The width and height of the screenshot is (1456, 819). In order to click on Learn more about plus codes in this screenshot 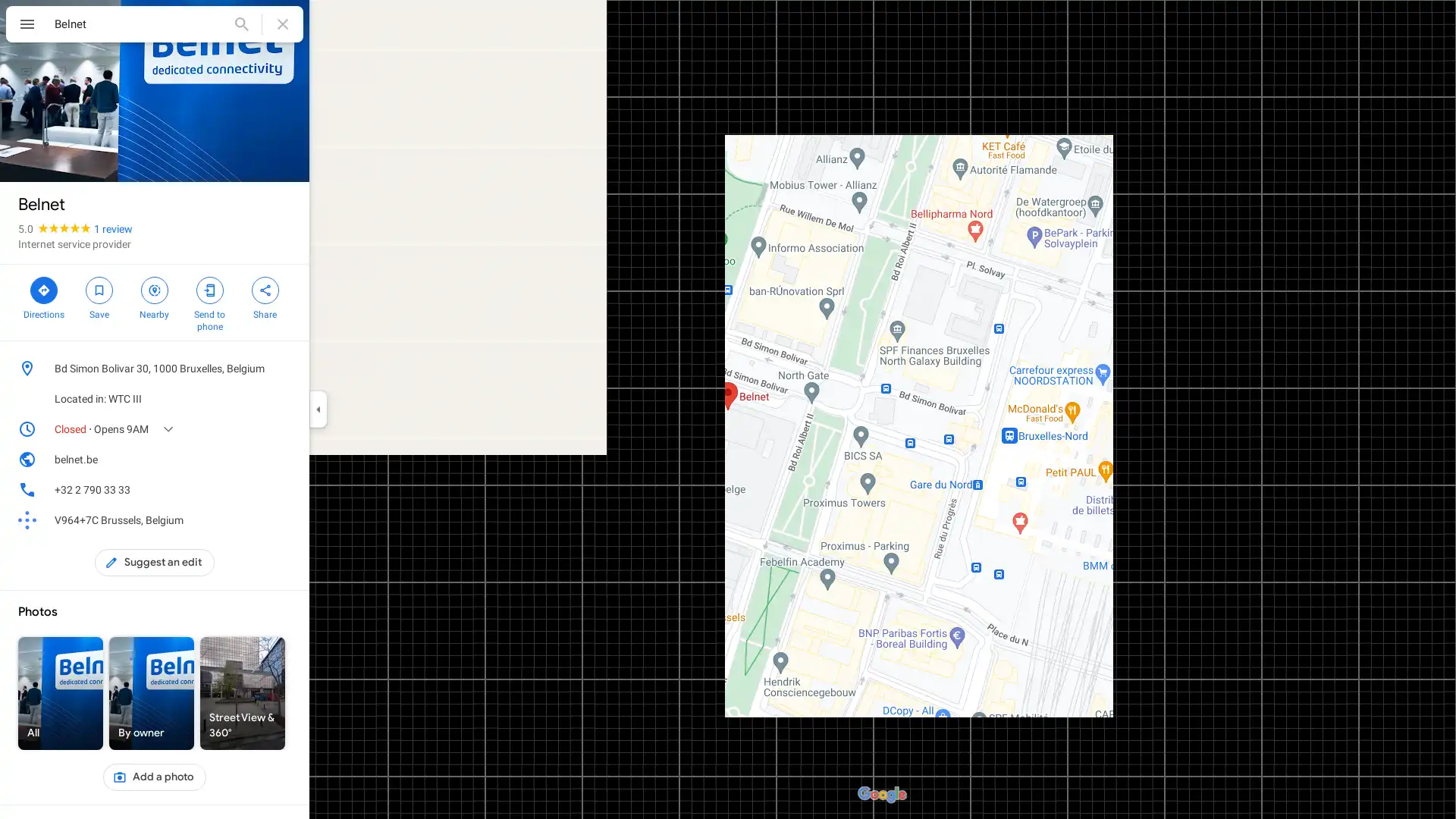, I will do `click(284, 519)`.